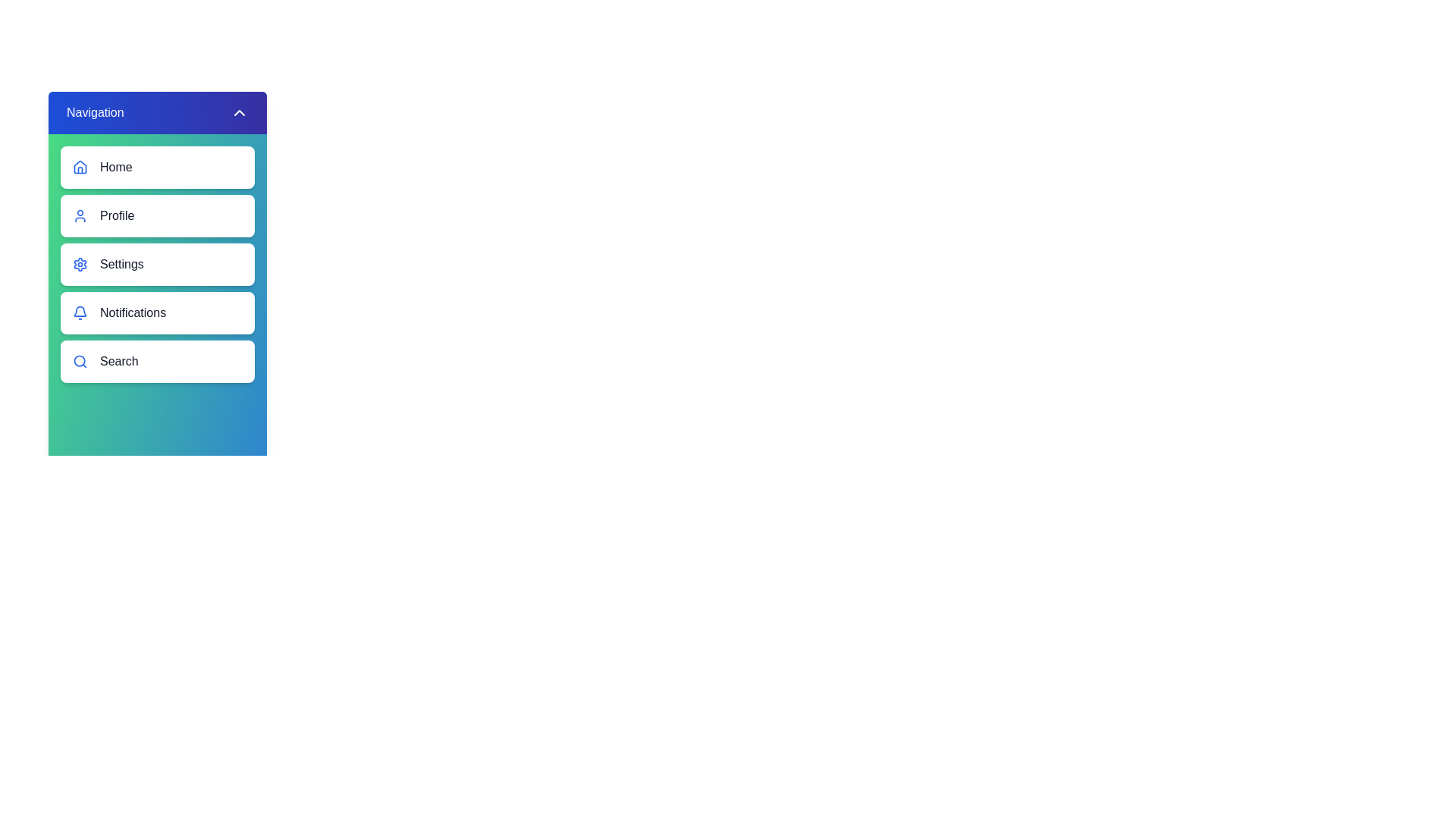 The height and width of the screenshot is (819, 1456). Describe the element at coordinates (79, 310) in the screenshot. I see `the bell icon representing notifications, which is the fourth button in the vertical navigation menu` at that location.